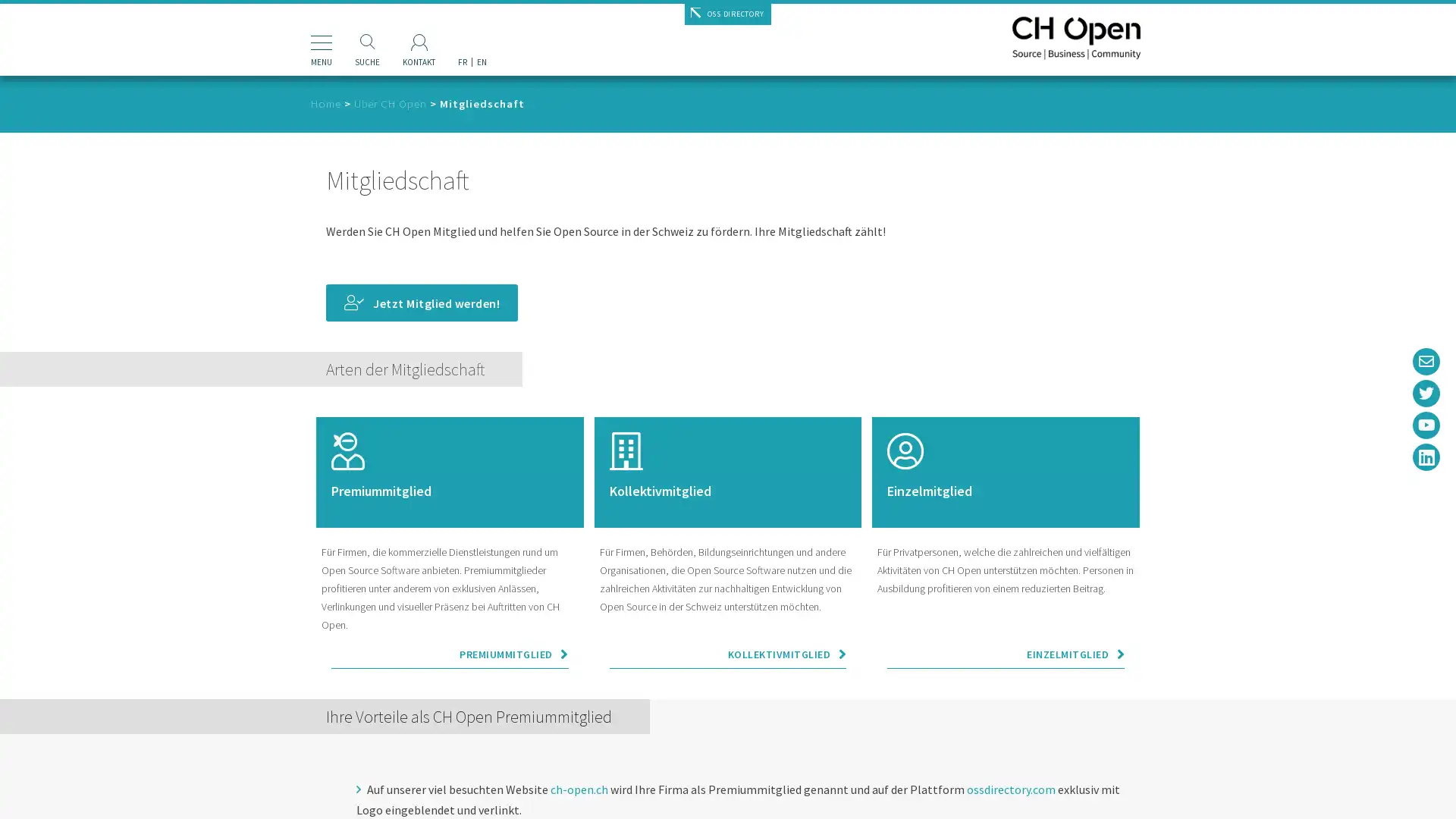 Image resolution: width=1456 pixels, height=819 pixels. What do you see at coordinates (726, 657) in the screenshot?
I see `KOLLEKTIVMITGLIED` at bounding box center [726, 657].